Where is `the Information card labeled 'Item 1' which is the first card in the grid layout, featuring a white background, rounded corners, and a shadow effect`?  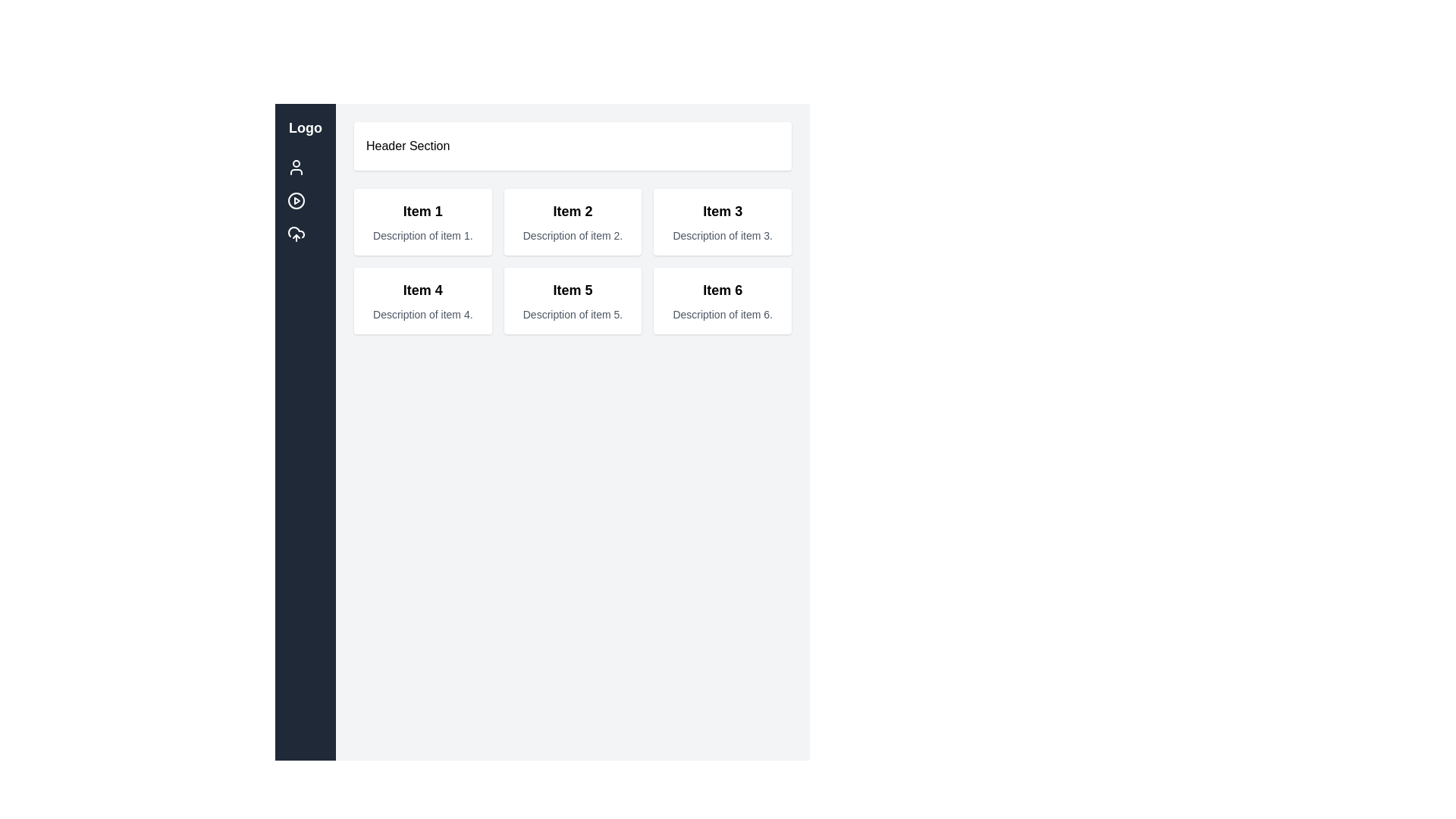
the Information card labeled 'Item 1' which is the first card in the grid layout, featuring a white background, rounded corners, and a shadow effect is located at coordinates (422, 222).